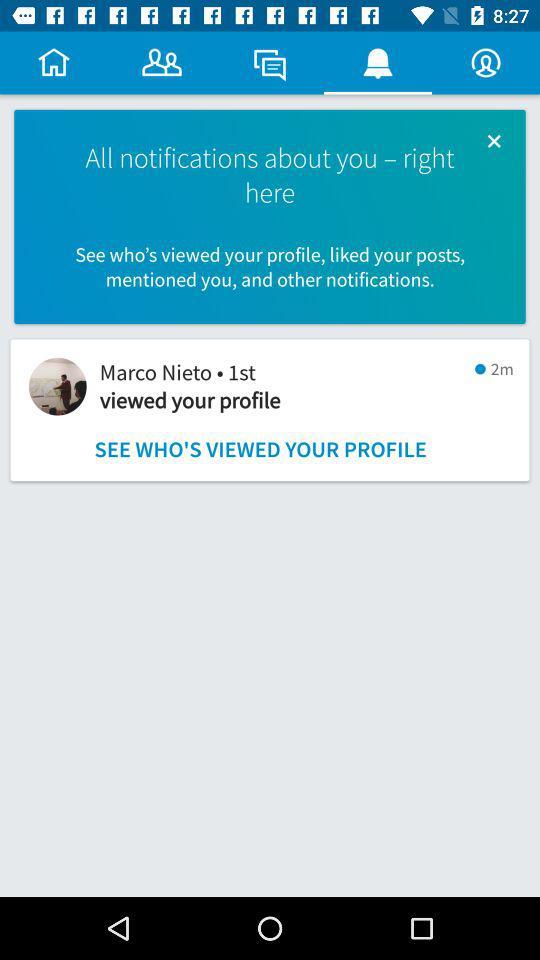  Describe the element at coordinates (493, 140) in the screenshot. I see `the item to the right of the all notifications about item` at that location.